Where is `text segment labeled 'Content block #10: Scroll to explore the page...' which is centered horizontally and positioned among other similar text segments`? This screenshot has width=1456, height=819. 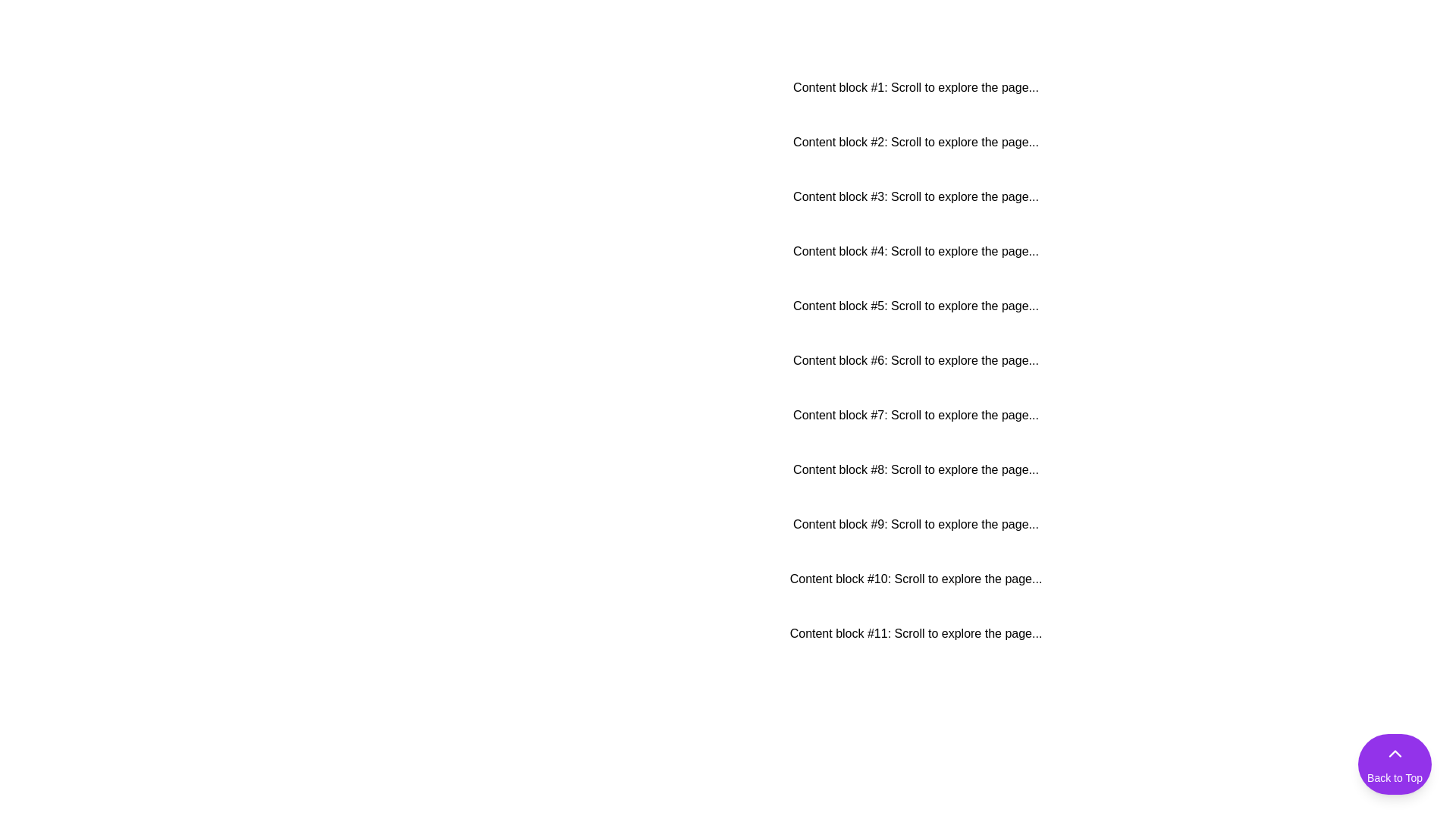
text segment labeled 'Content block #10: Scroll to explore the page...' which is centered horizontally and positioned among other similar text segments is located at coordinates (915, 579).